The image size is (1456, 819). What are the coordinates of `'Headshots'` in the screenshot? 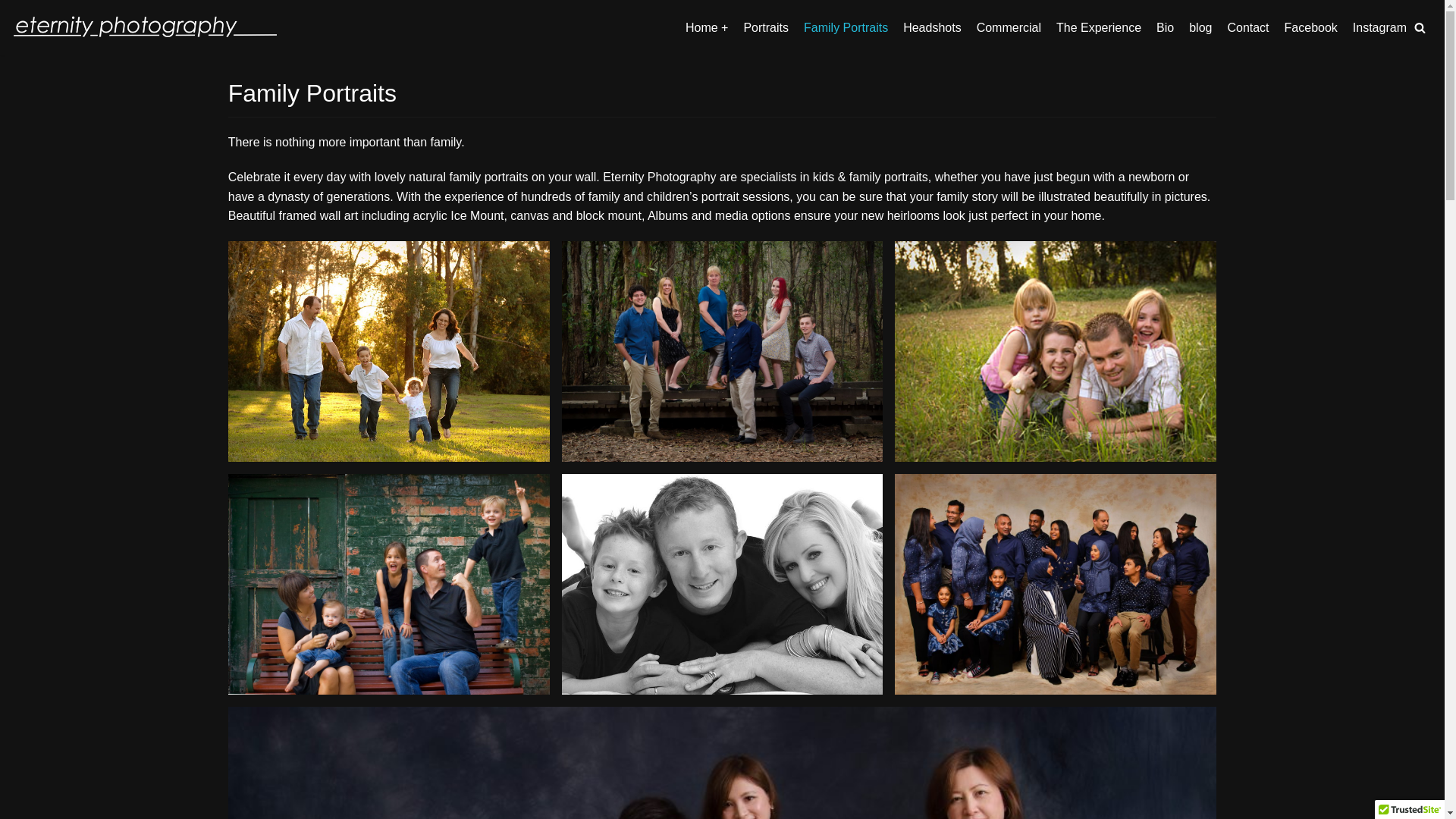 It's located at (931, 28).